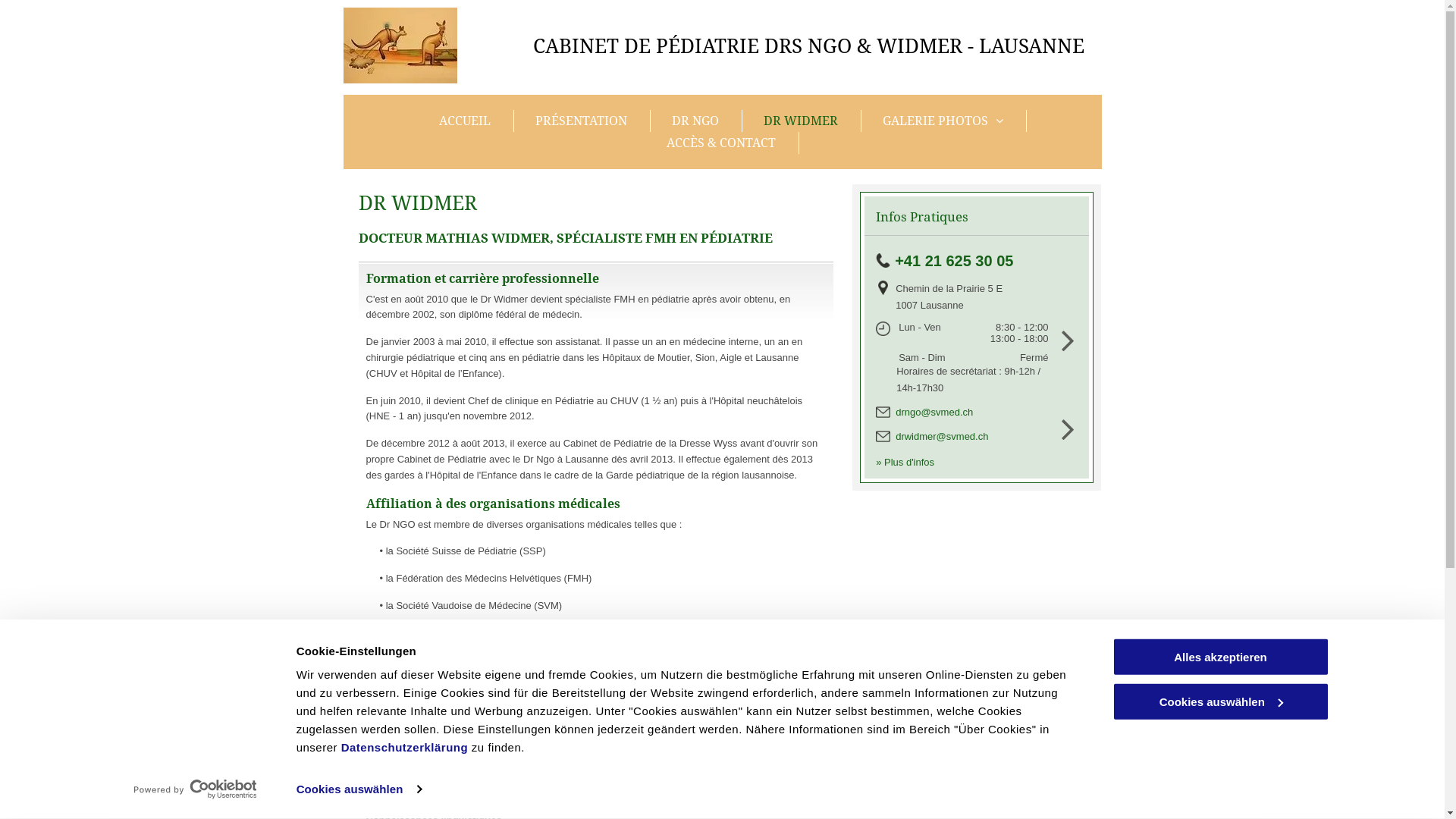 The image size is (1456, 819). Describe the element at coordinates (943, 120) in the screenshot. I see `'GALERIE PHOTOS'` at that location.